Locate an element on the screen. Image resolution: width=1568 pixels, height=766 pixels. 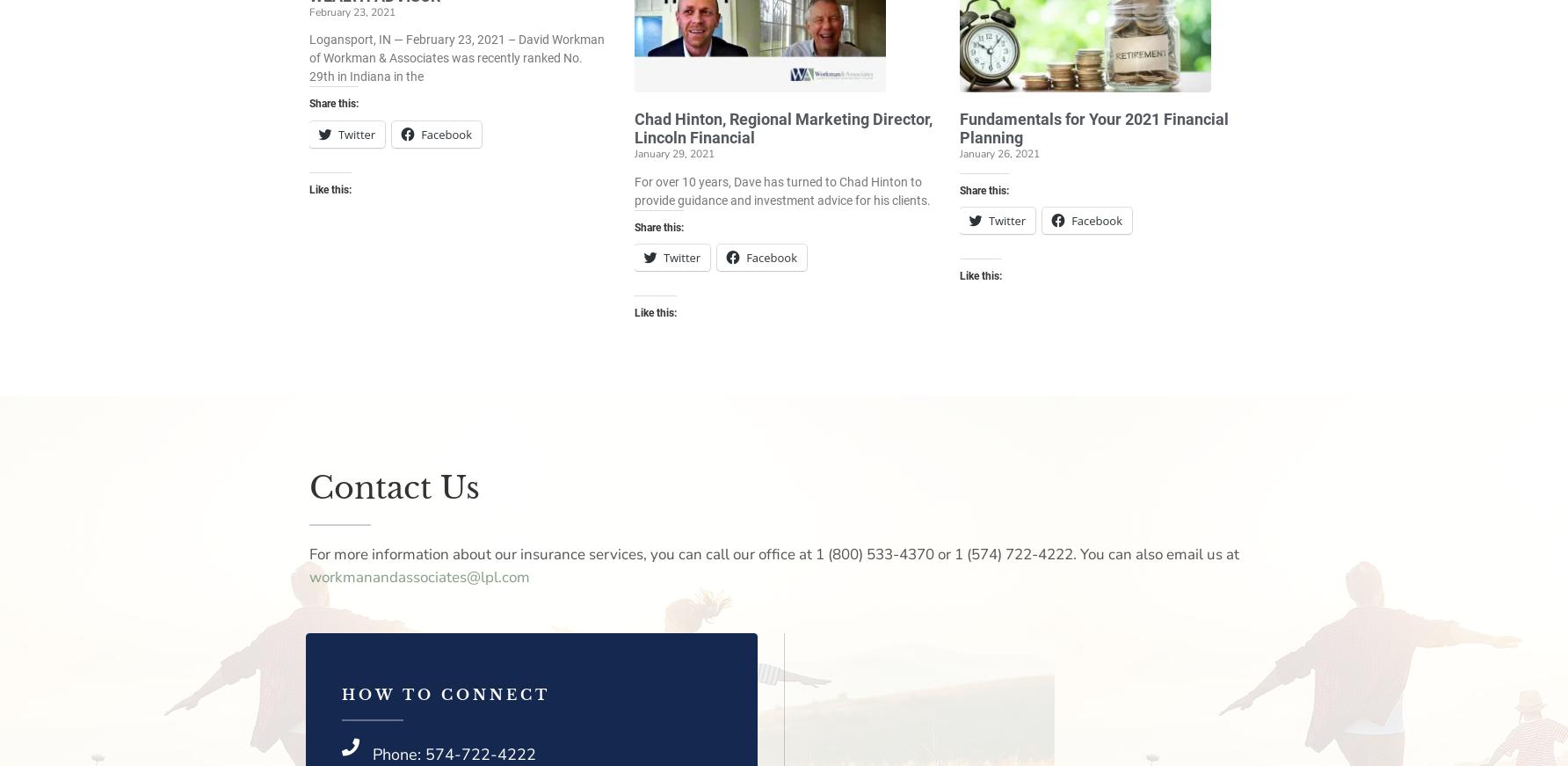
'February 23, 2021' is located at coordinates (352, 10).